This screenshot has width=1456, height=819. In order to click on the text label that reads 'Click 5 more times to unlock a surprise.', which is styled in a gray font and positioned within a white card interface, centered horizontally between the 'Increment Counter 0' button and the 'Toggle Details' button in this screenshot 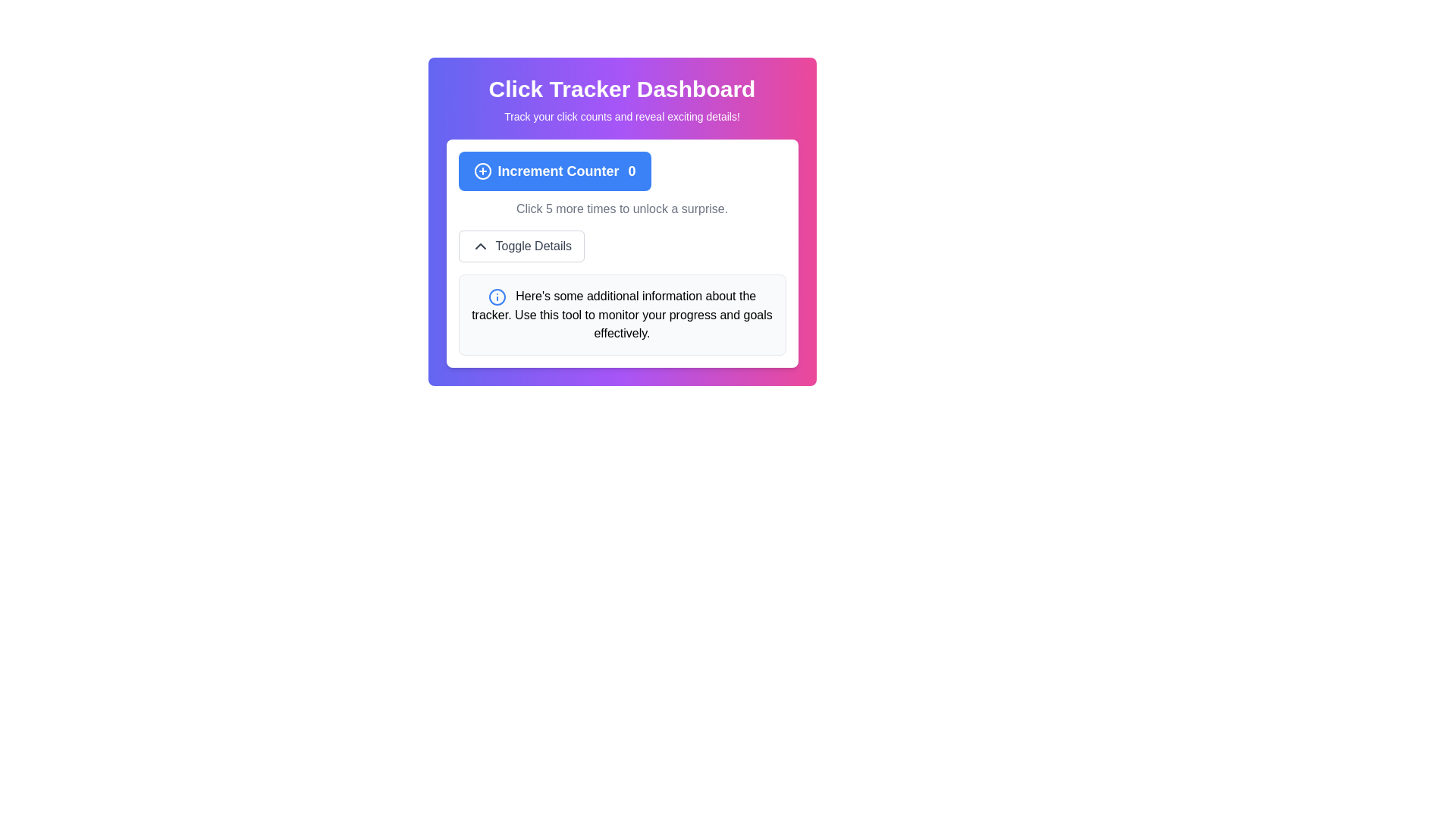, I will do `click(622, 209)`.